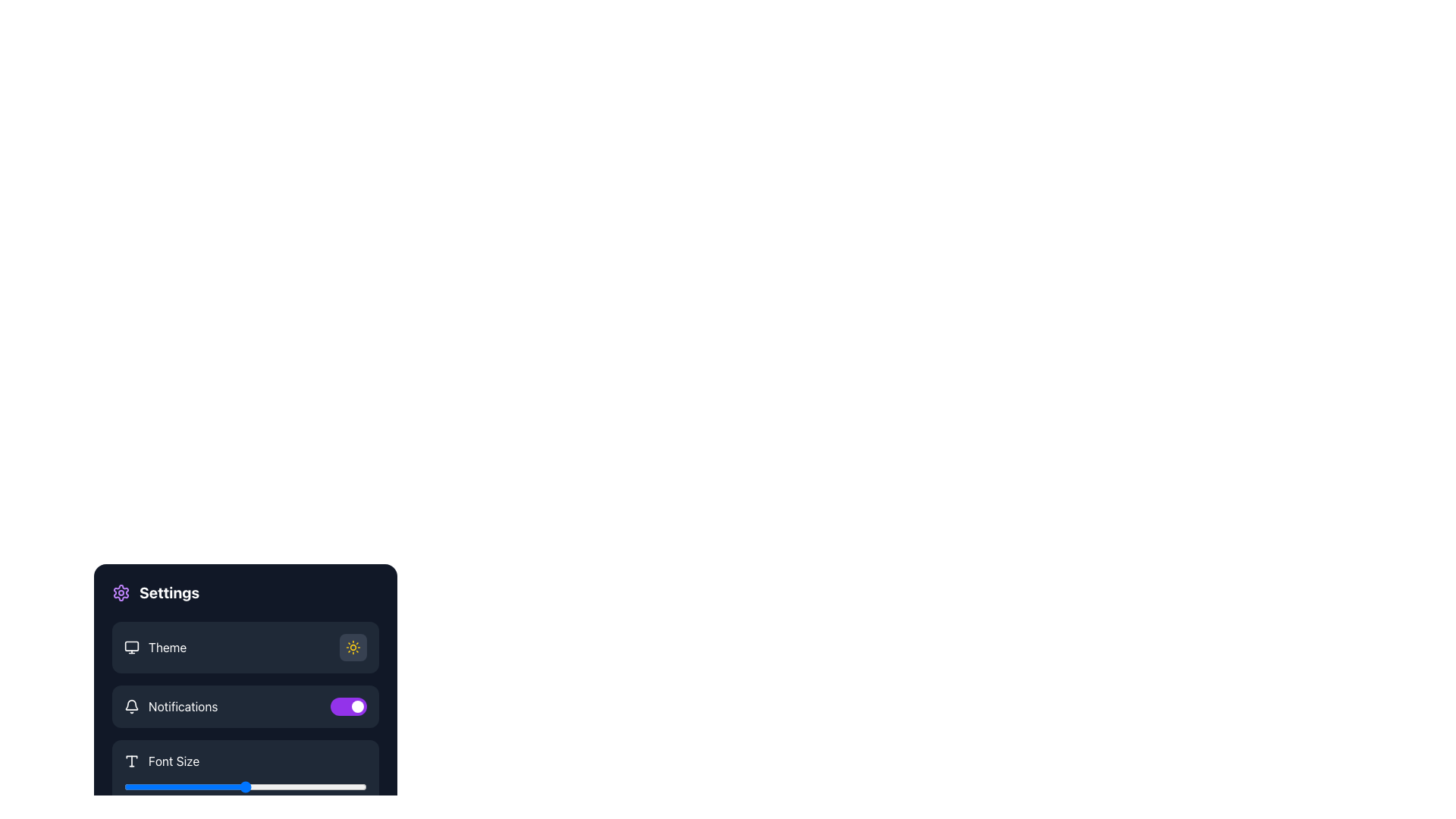  What do you see at coordinates (131, 761) in the screenshot?
I see `the decorative 'Font Size' icon located in the settings menu, positioned directly to the left of the 'Font Size' label` at bounding box center [131, 761].